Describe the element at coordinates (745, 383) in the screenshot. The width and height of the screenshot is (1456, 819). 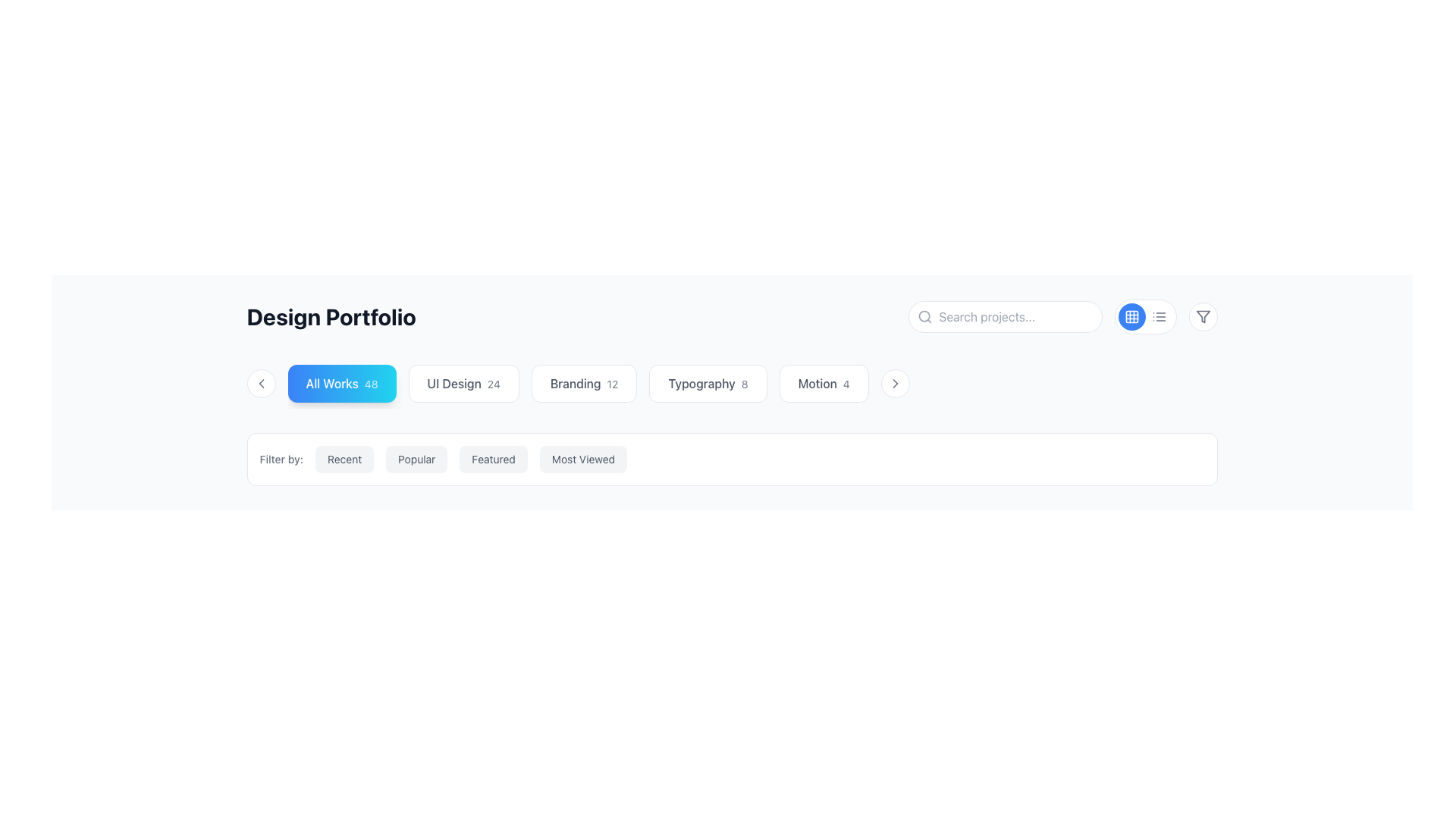
I see `the numerical value displaying supplementary information related to the 'Typography' category, which is located within the card labeled 'Typography 8'` at that location.